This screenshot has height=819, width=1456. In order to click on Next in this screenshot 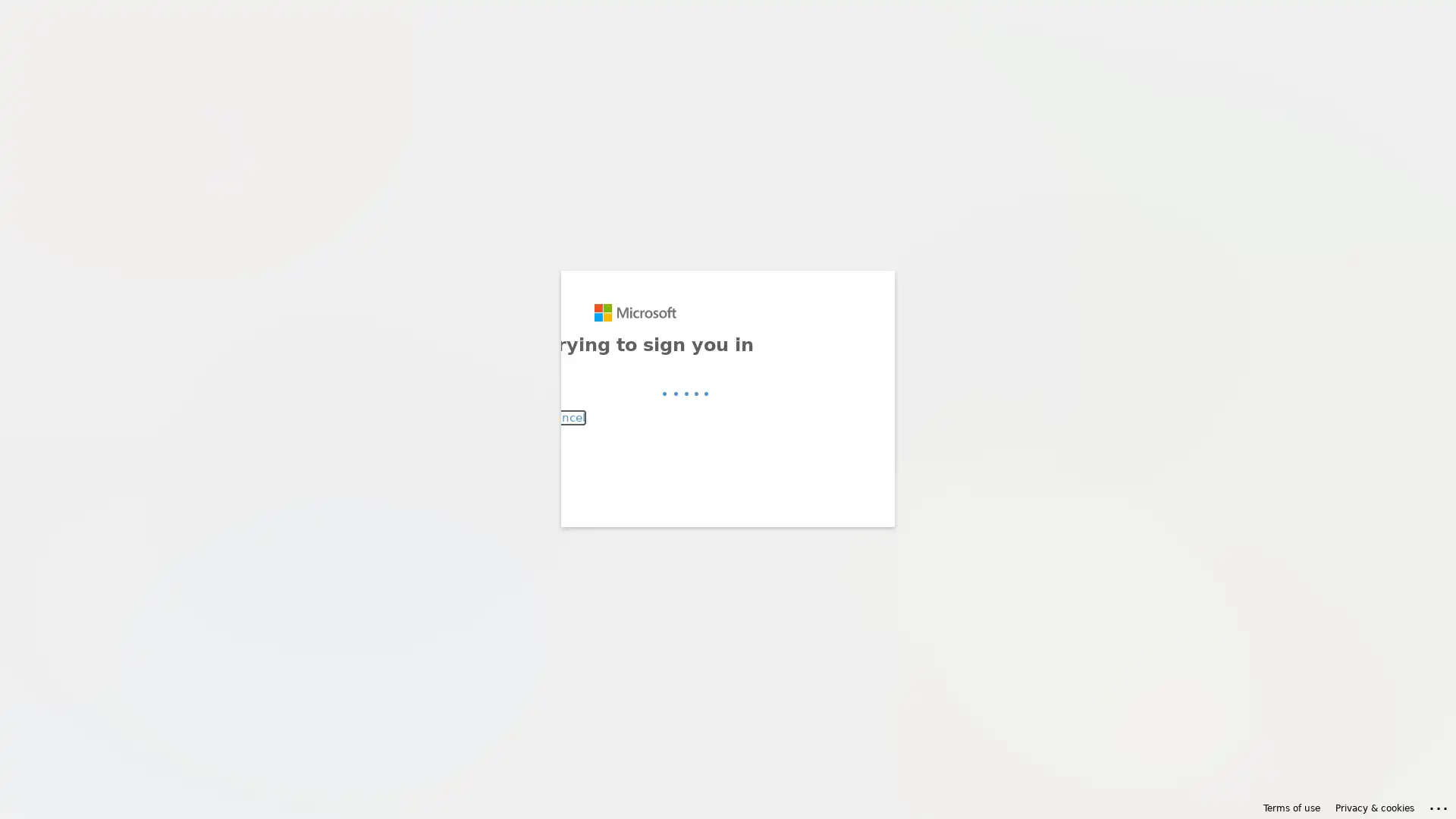, I will do `click(819, 452)`.